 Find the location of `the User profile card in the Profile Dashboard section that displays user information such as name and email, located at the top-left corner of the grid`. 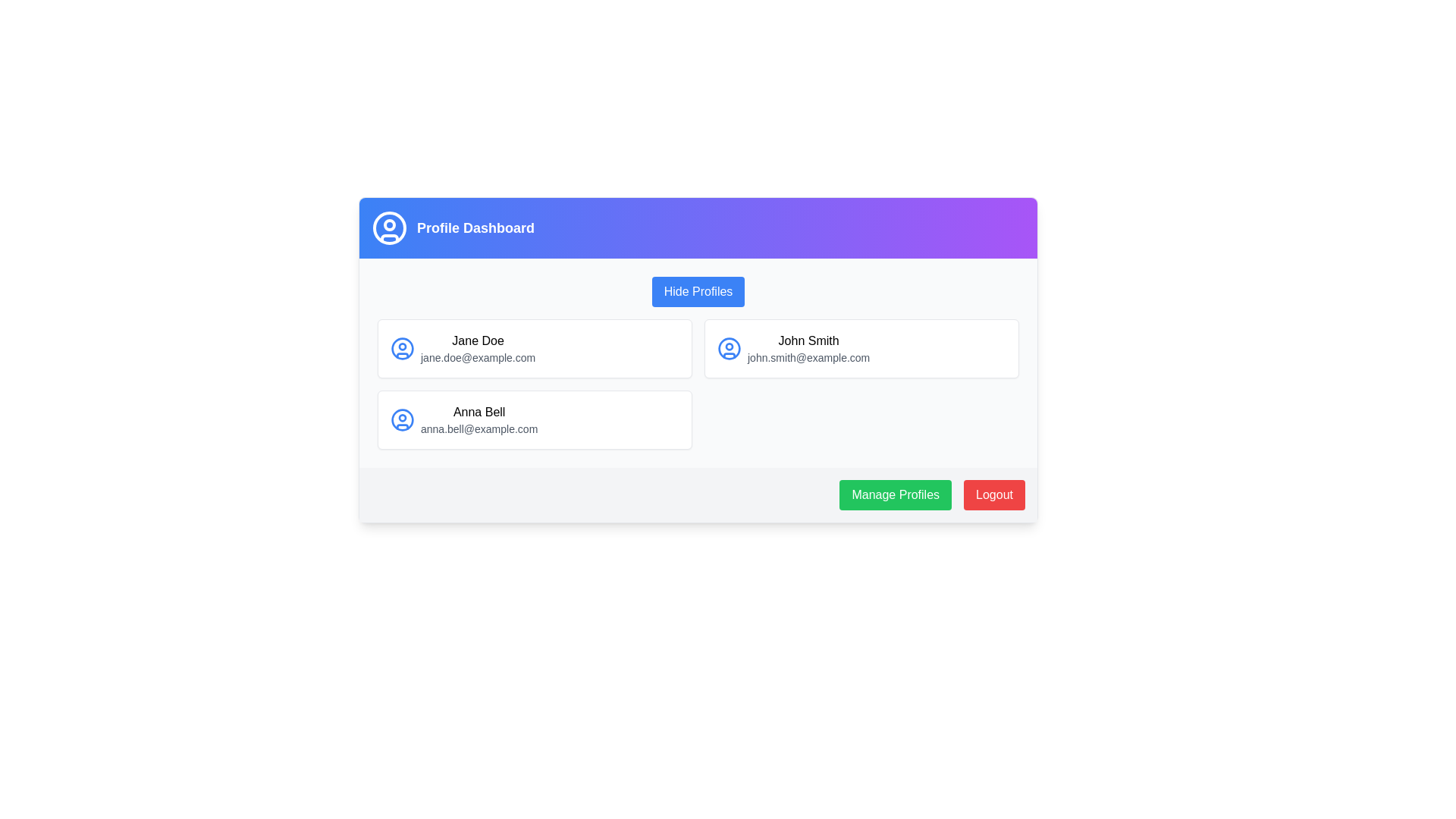

the User profile card in the Profile Dashboard section that displays user information such as name and email, located at the top-left corner of the grid is located at coordinates (535, 348).